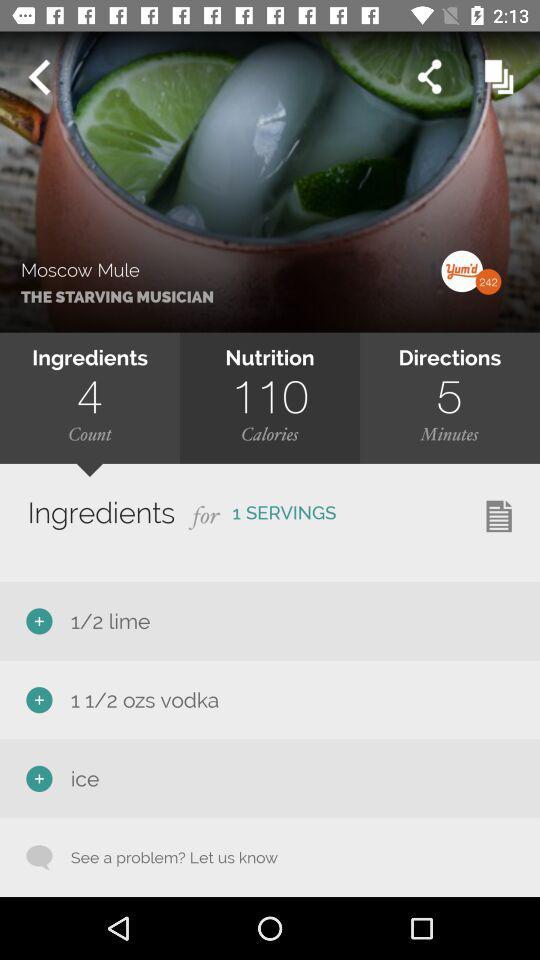 The image size is (540, 960). I want to click on go back, so click(38, 77).